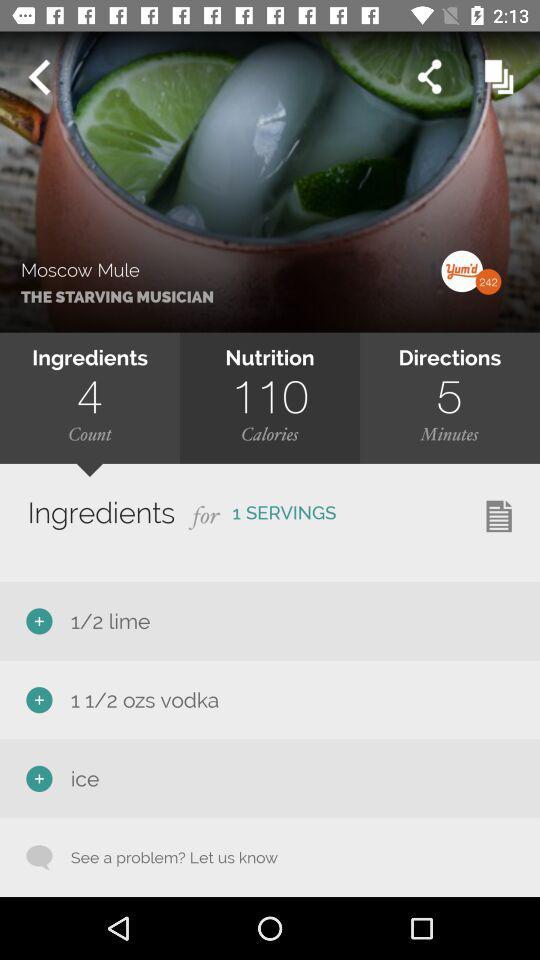 The image size is (540, 960). I want to click on go back, so click(38, 77).